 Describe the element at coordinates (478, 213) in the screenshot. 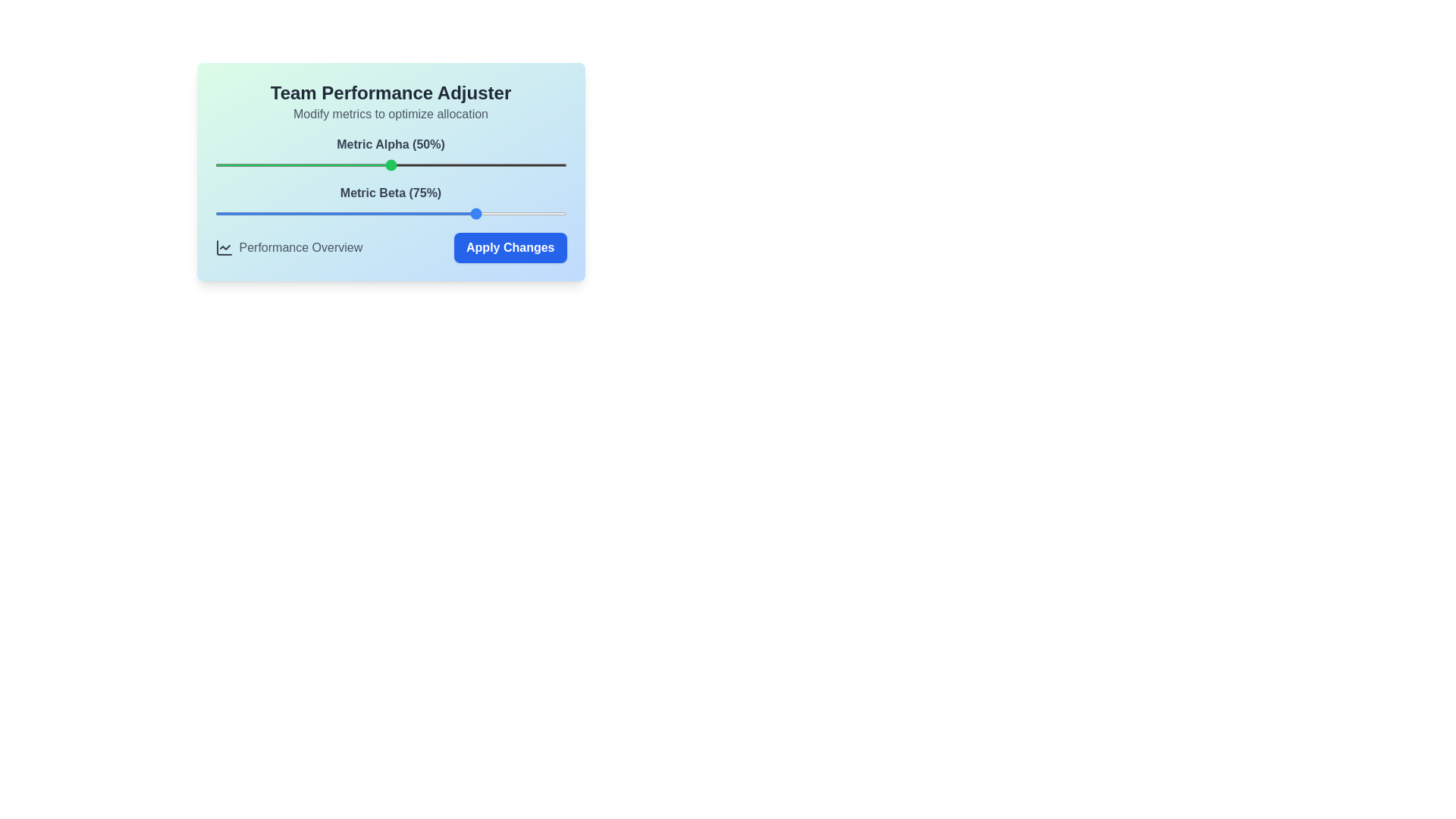

I see `the Metric Beta slider to 75%` at that location.